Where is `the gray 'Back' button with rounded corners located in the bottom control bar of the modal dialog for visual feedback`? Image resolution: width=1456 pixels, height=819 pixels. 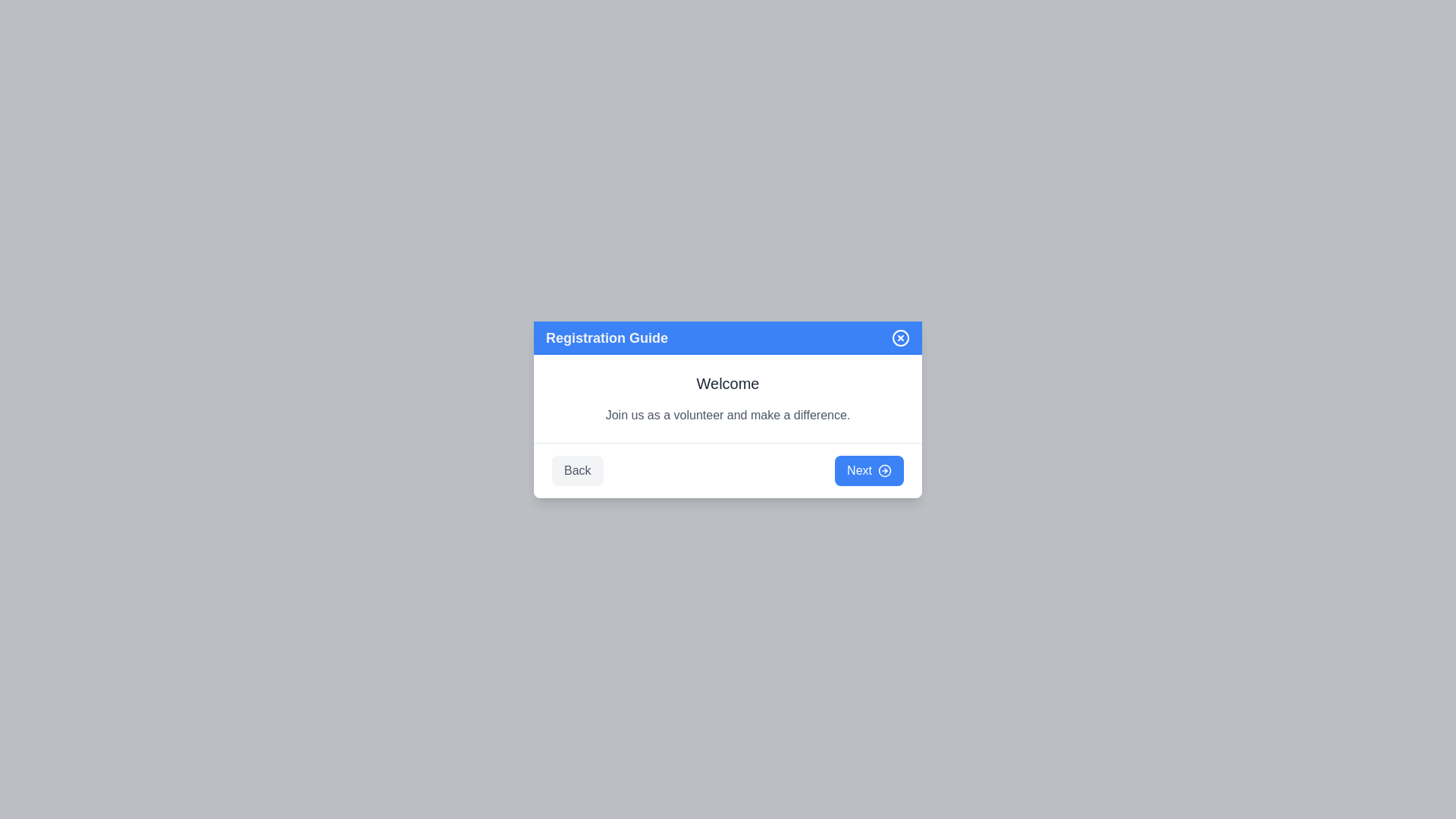 the gray 'Back' button with rounded corners located in the bottom control bar of the modal dialog for visual feedback is located at coordinates (576, 469).